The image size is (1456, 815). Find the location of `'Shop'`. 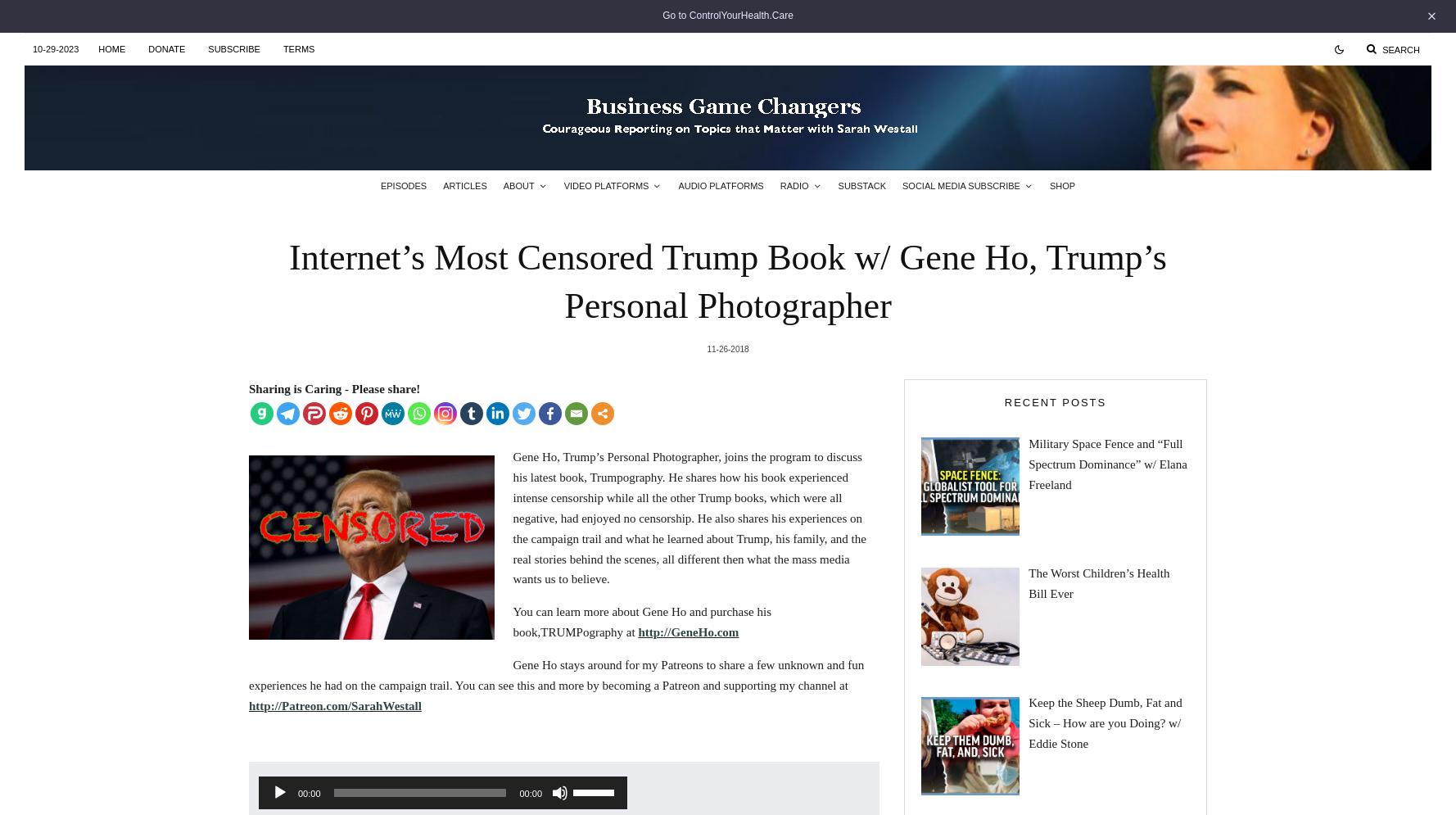

'Shop' is located at coordinates (1062, 184).